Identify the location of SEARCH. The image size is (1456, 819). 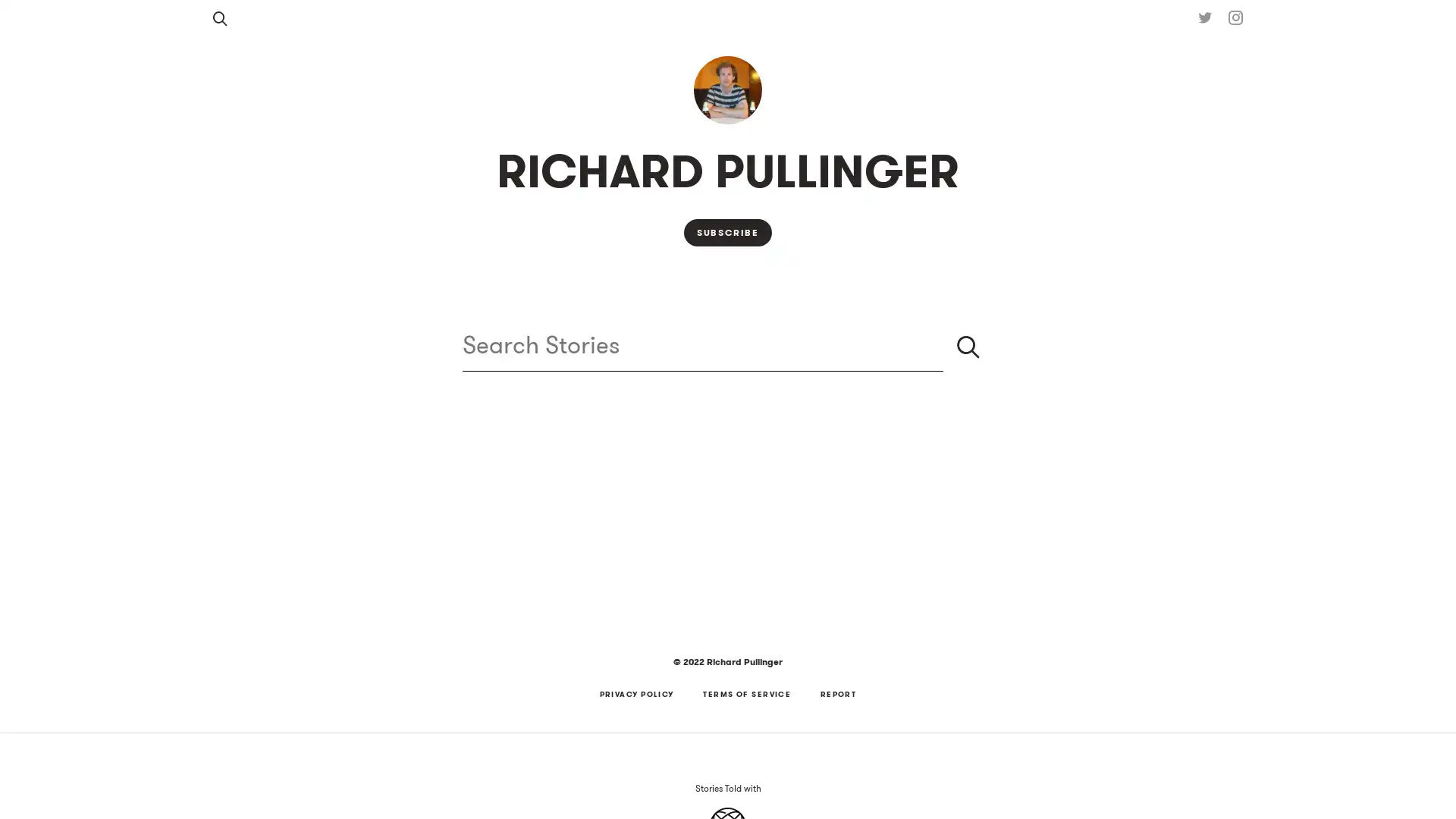
(967, 346).